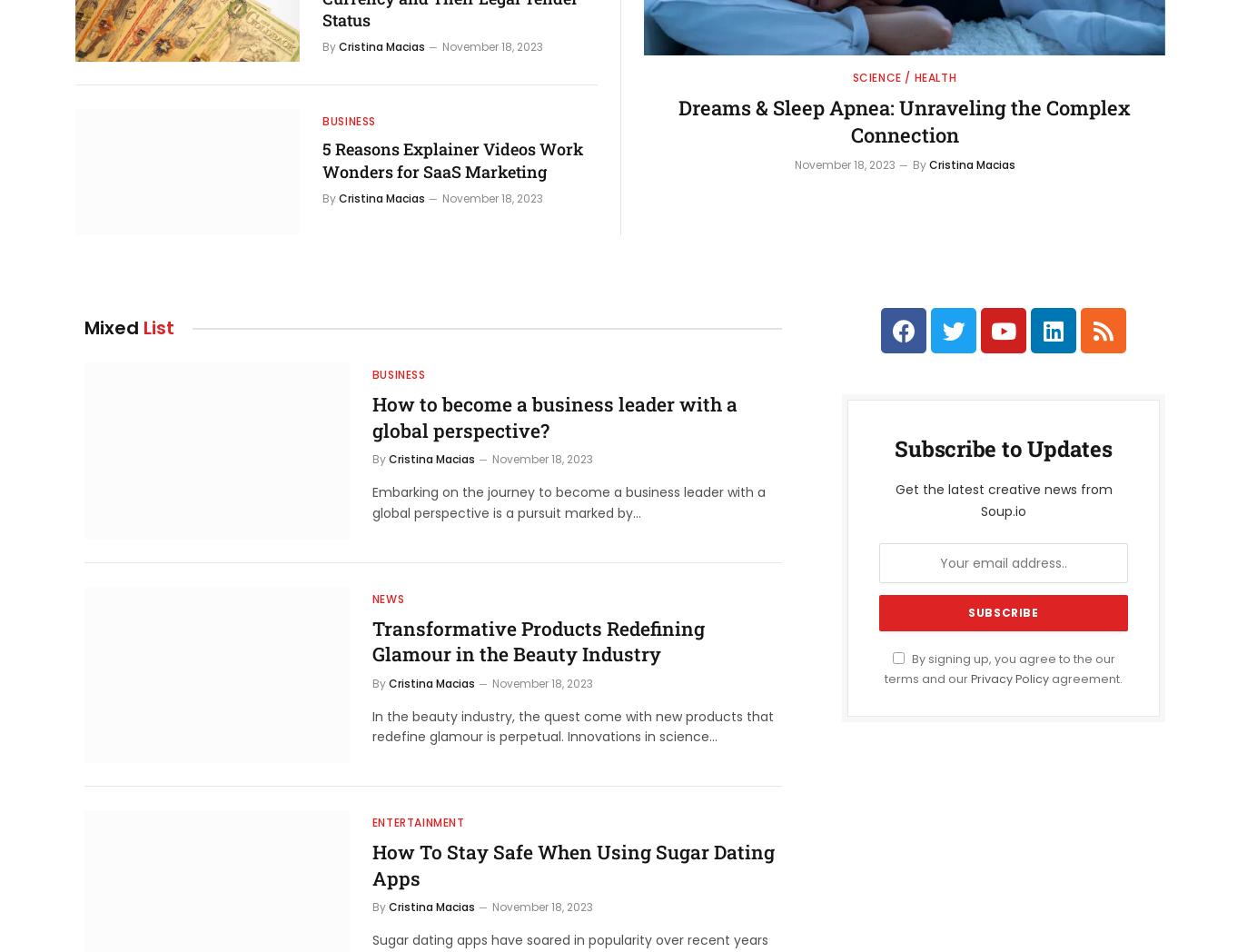  What do you see at coordinates (1010, 678) in the screenshot?
I see `'Privacy Policy'` at bounding box center [1010, 678].